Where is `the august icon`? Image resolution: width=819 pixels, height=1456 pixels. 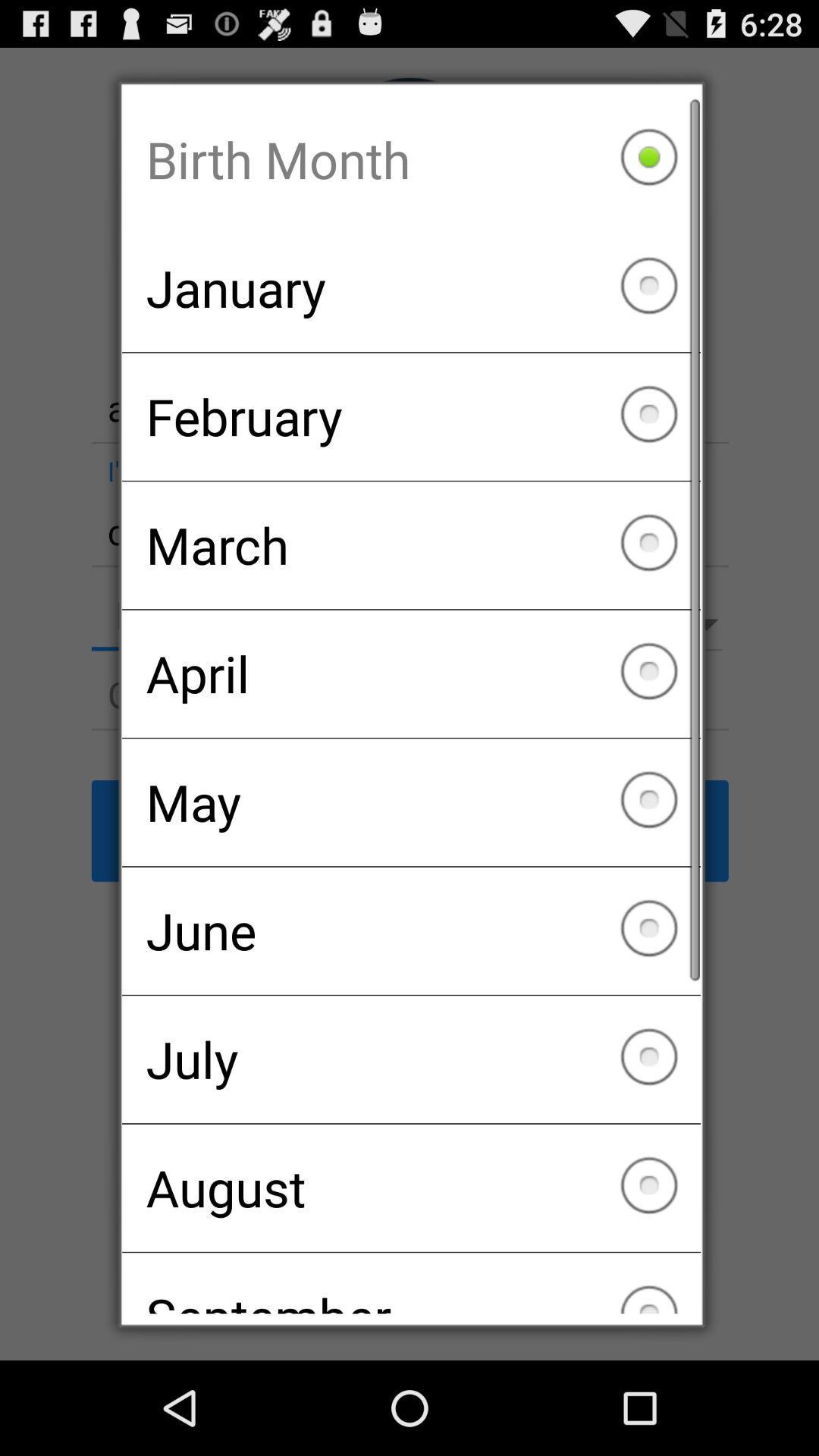 the august icon is located at coordinates (411, 1187).